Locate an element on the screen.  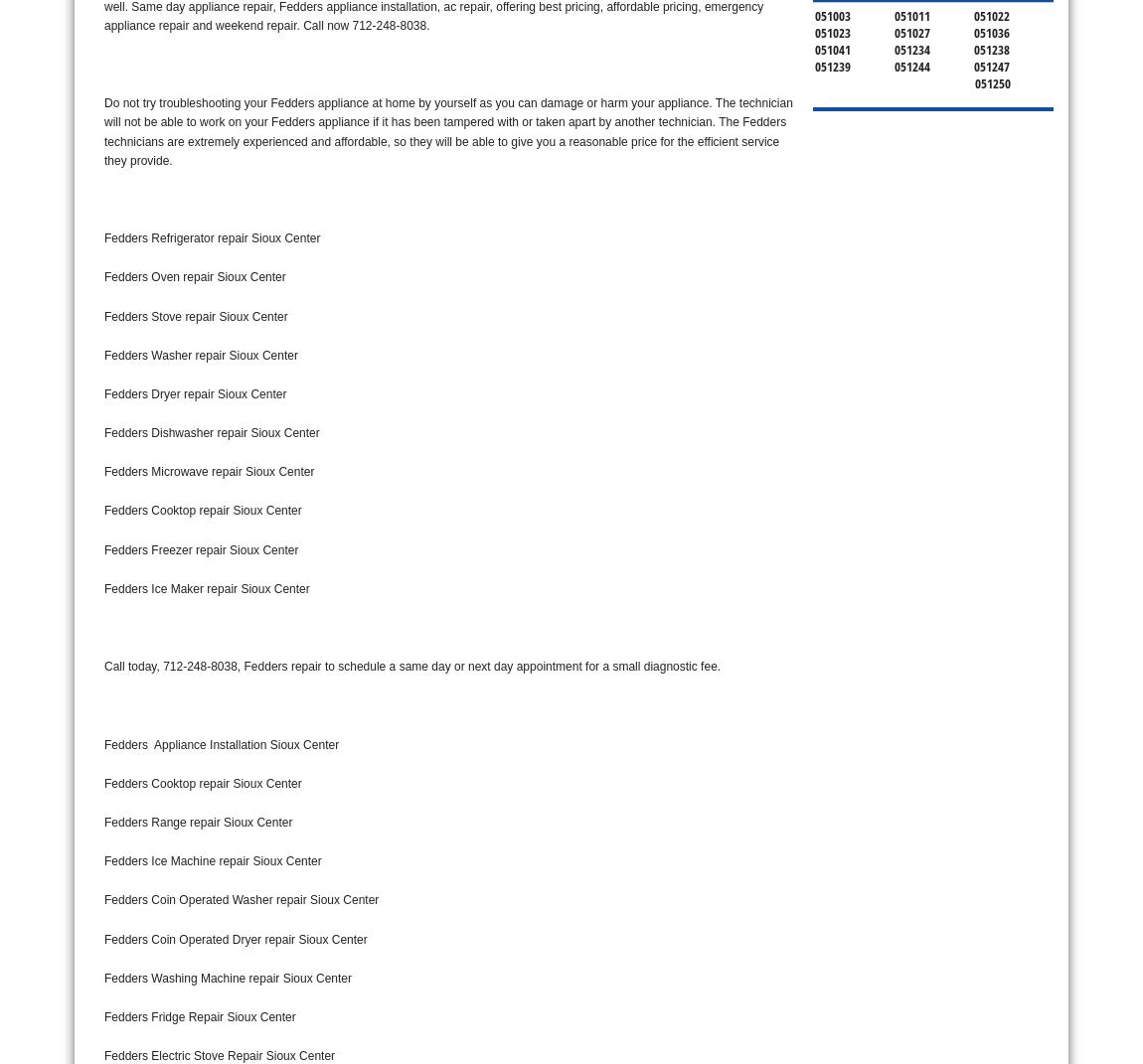
'Fedders Coin Operated Dryer repair Sioux Center' is located at coordinates (102, 938).